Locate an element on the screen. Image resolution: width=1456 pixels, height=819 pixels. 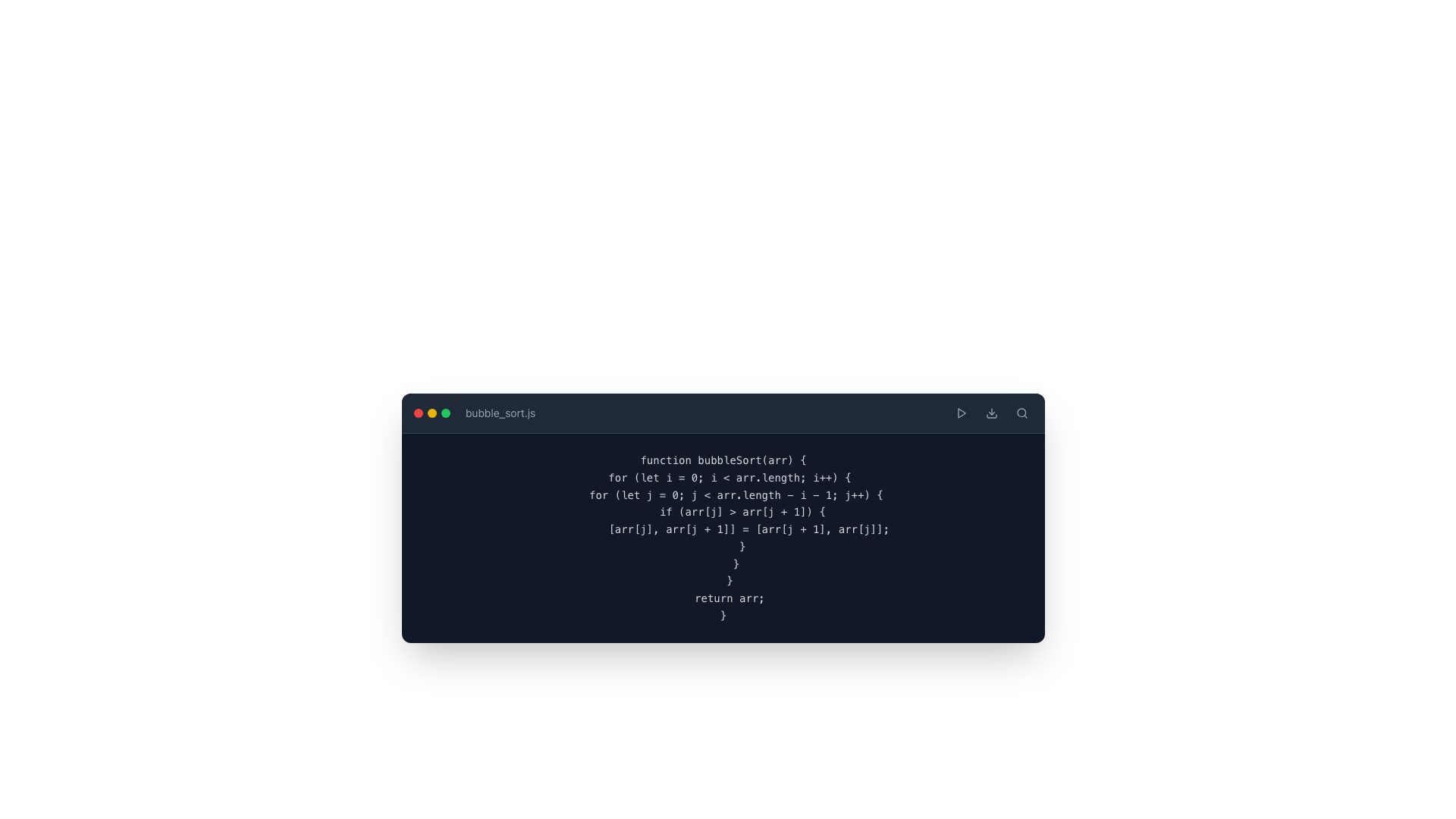
the leftmost red circular icon in the group of three indicators is located at coordinates (419, 413).